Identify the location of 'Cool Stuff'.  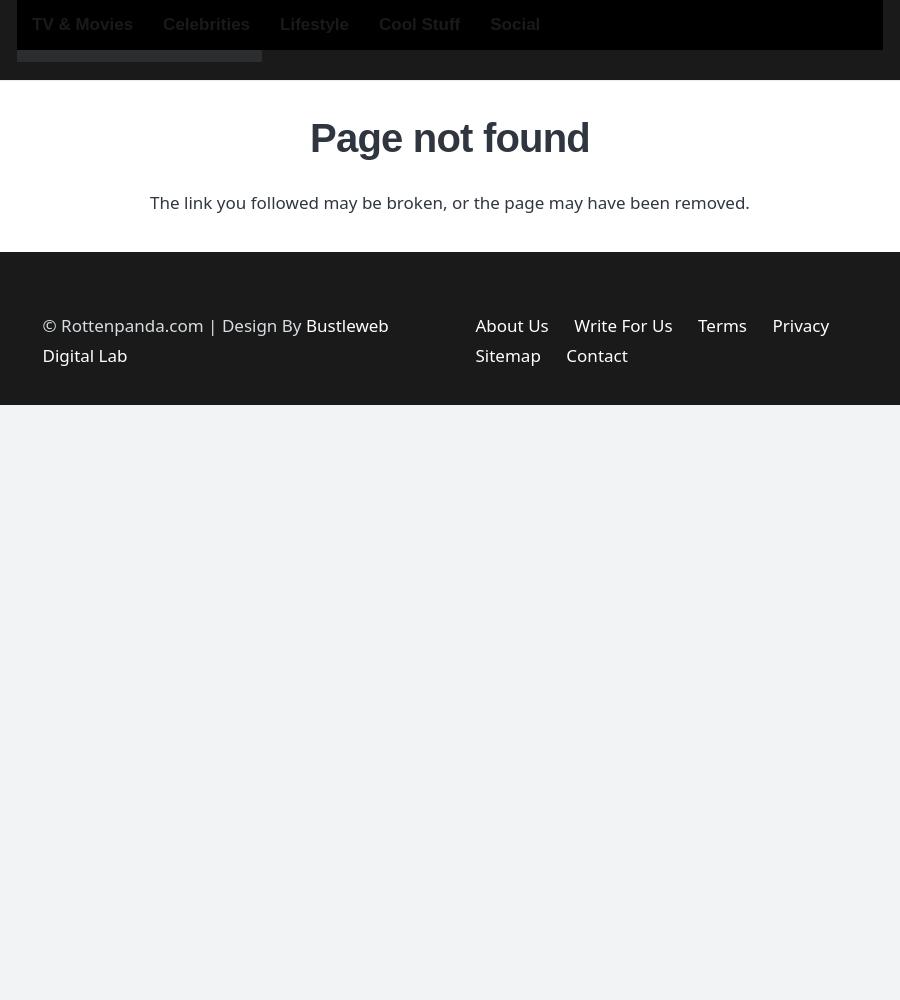
(419, 24).